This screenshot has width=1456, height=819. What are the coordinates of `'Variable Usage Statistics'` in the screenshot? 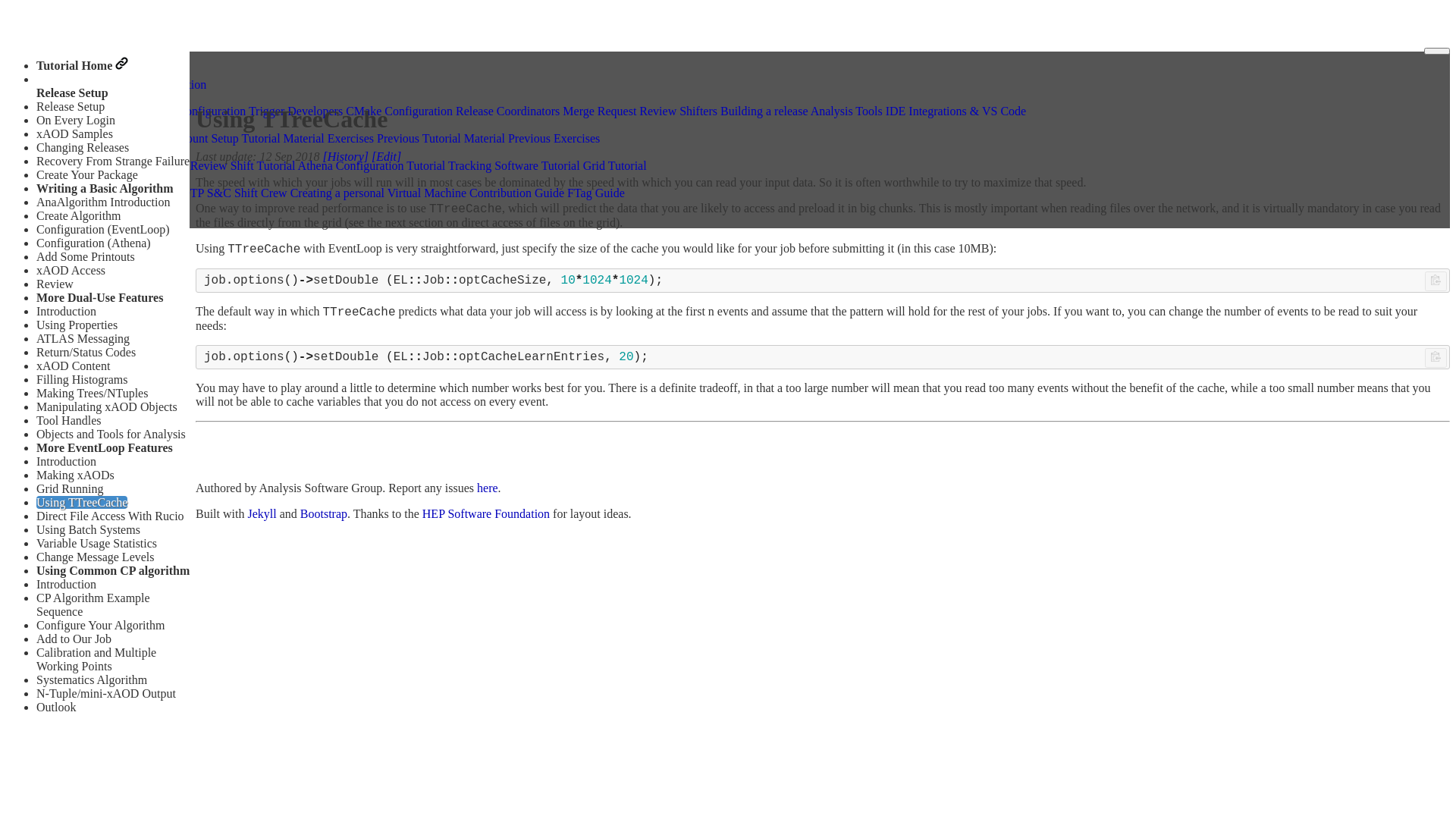 It's located at (96, 542).